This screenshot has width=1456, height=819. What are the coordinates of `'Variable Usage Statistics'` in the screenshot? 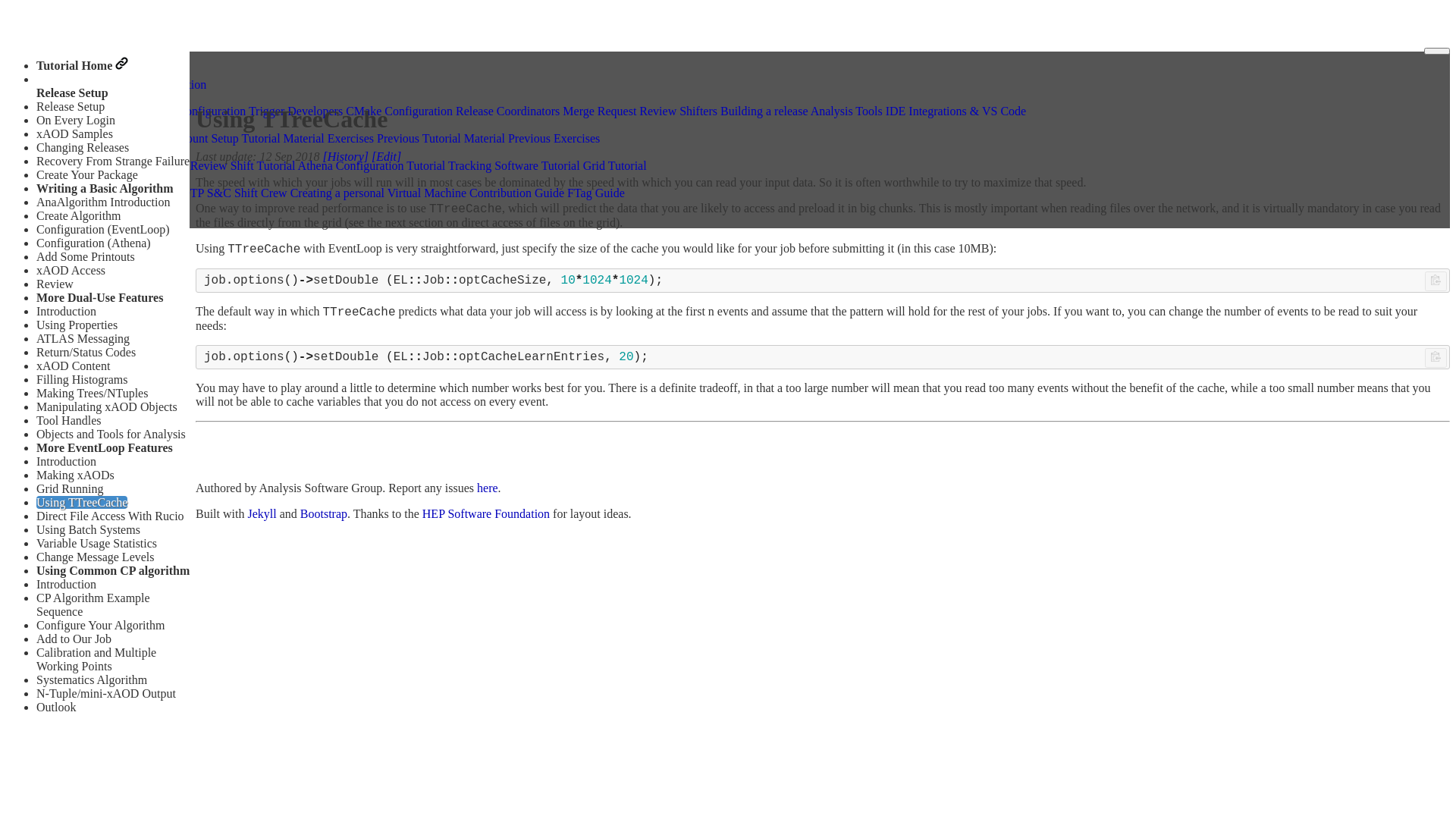 It's located at (96, 542).